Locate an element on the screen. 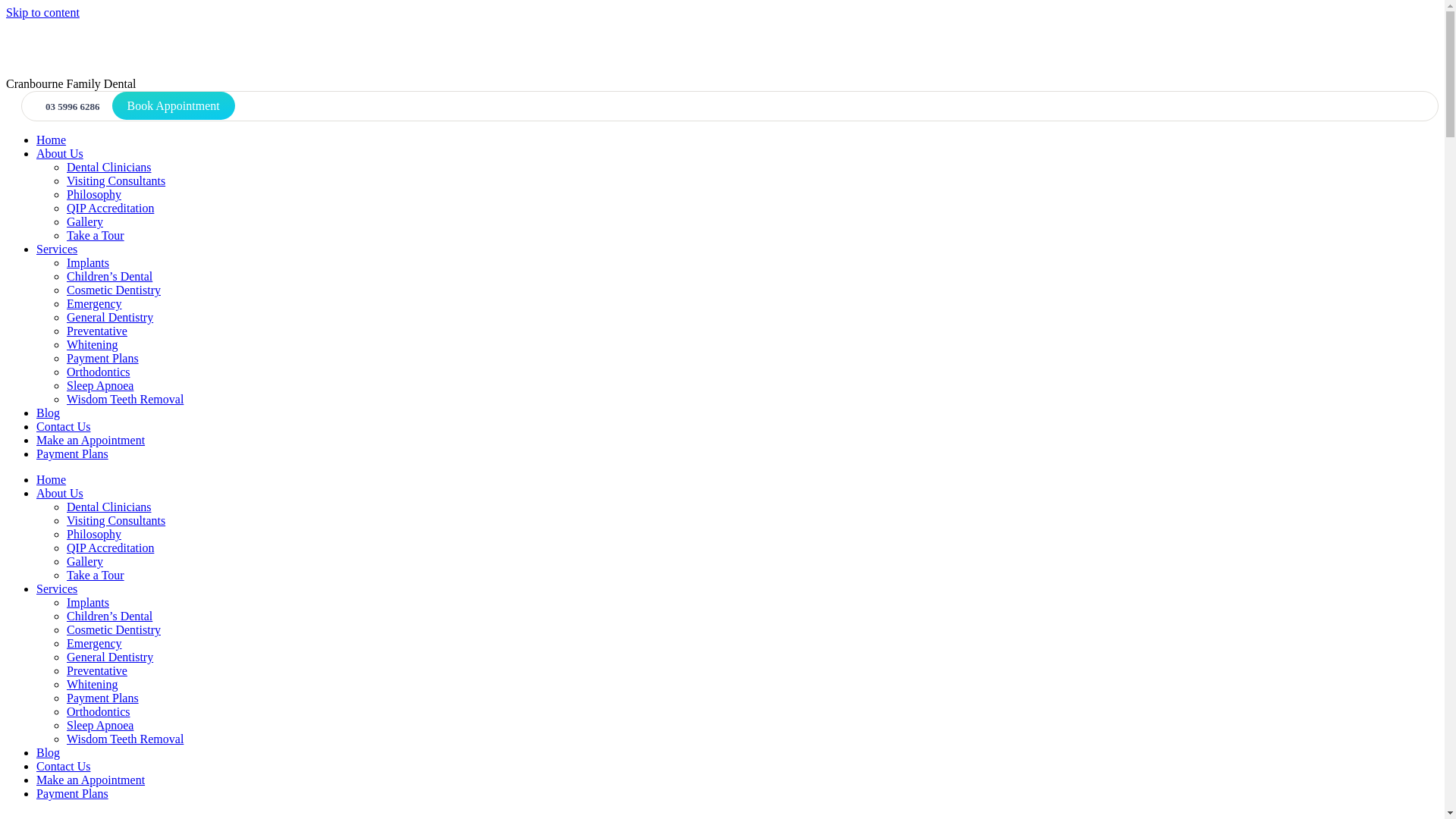 This screenshot has width=1456, height=819. 'Whitening' is located at coordinates (91, 344).